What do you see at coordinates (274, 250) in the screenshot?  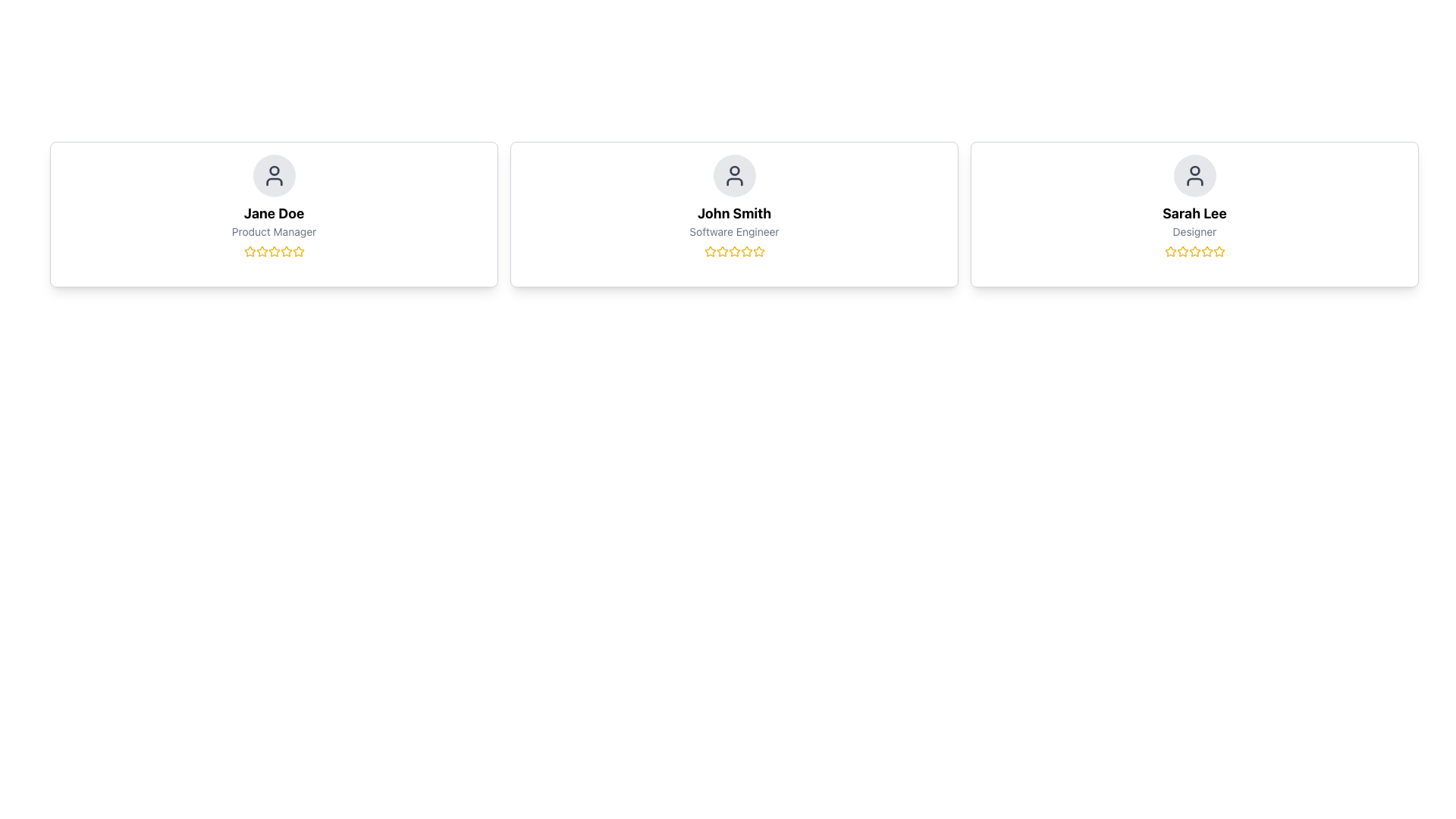 I see `the third star in the rating component of Jane Doe's card` at bounding box center [274, 250].